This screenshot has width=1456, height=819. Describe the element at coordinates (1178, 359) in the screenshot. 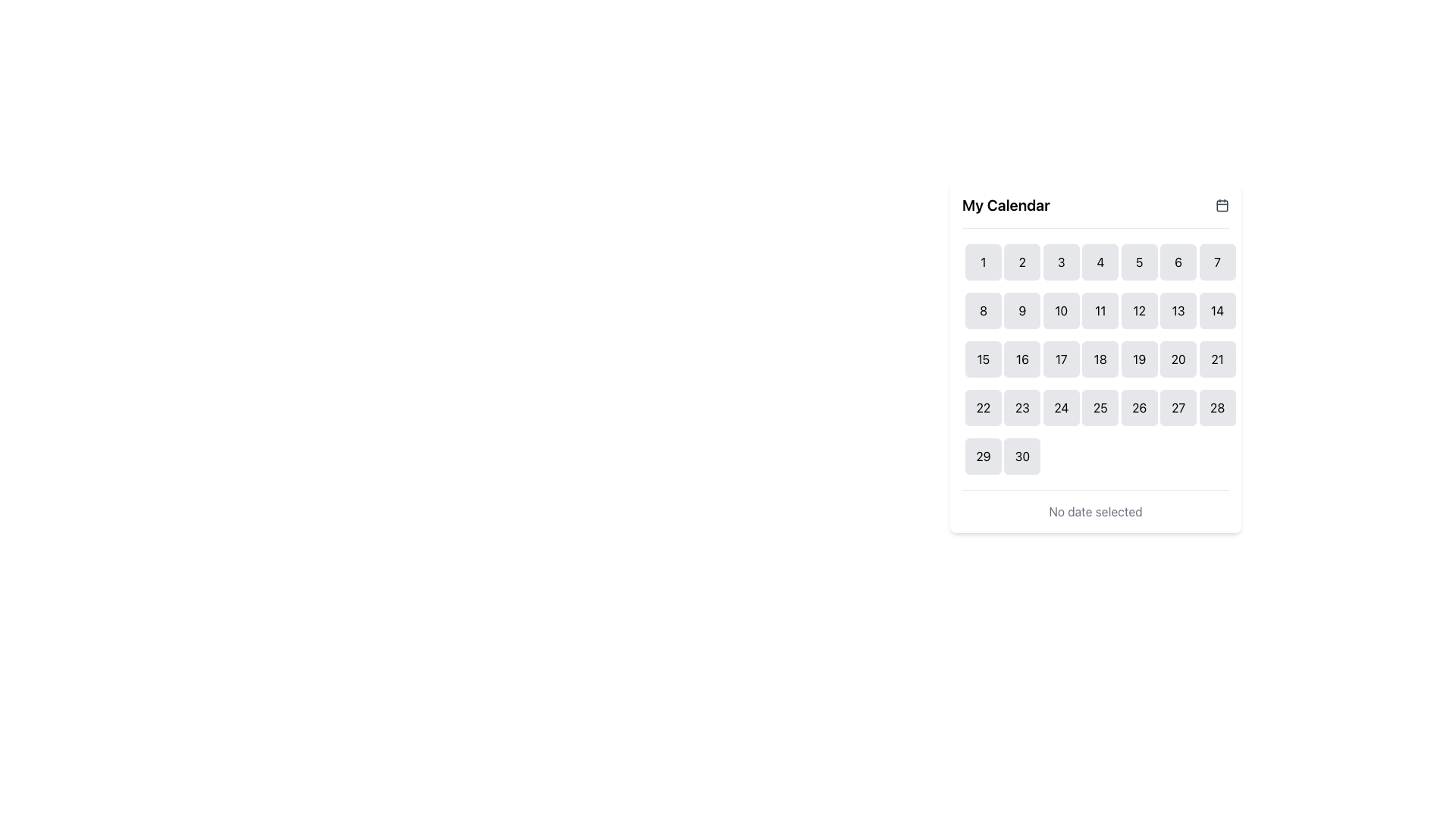

I see `the calendar date selector button displaying the number '20'` at that location.